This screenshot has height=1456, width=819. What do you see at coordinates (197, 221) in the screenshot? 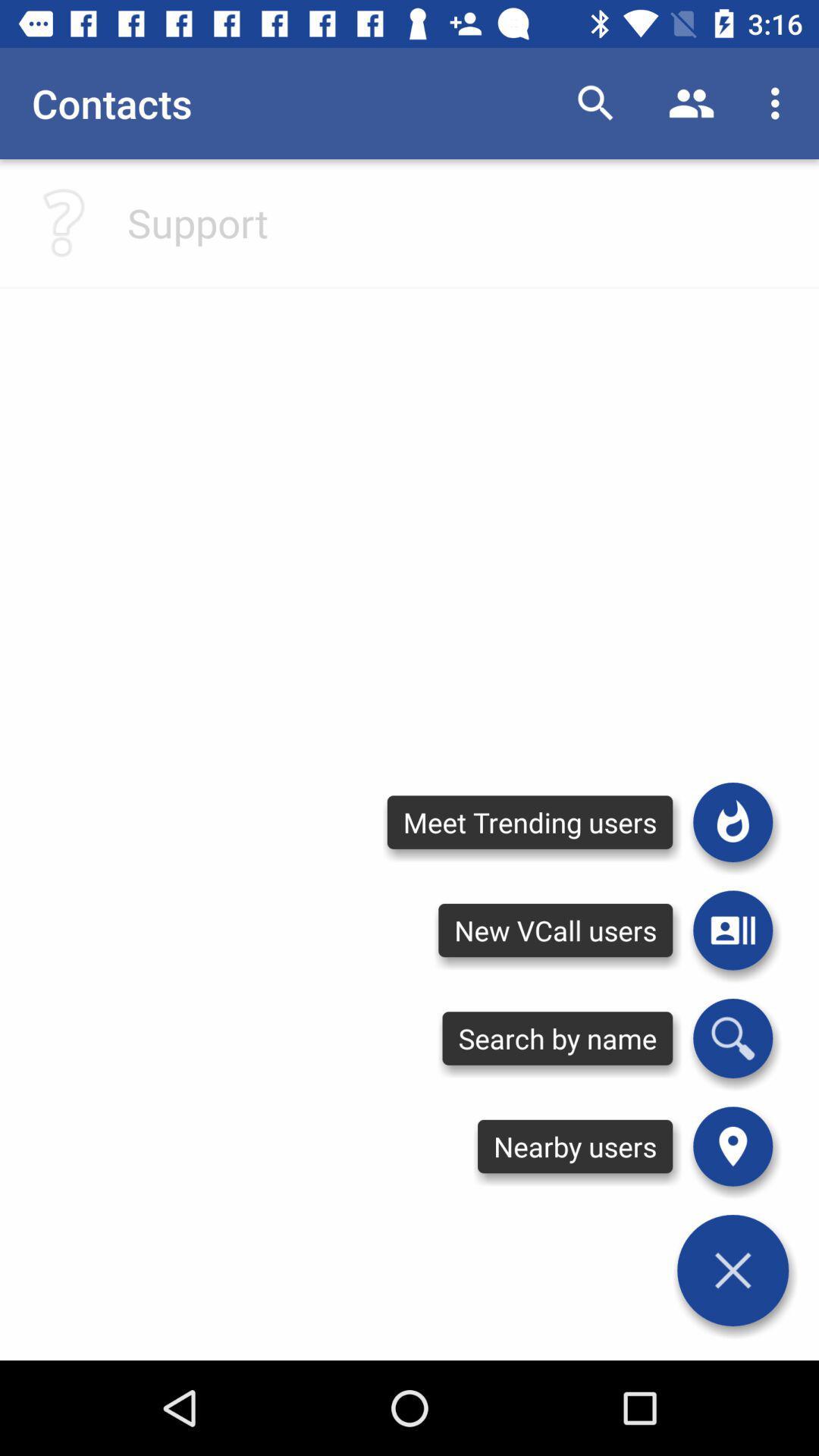
I see `support app` at bounding box center [197, 221].